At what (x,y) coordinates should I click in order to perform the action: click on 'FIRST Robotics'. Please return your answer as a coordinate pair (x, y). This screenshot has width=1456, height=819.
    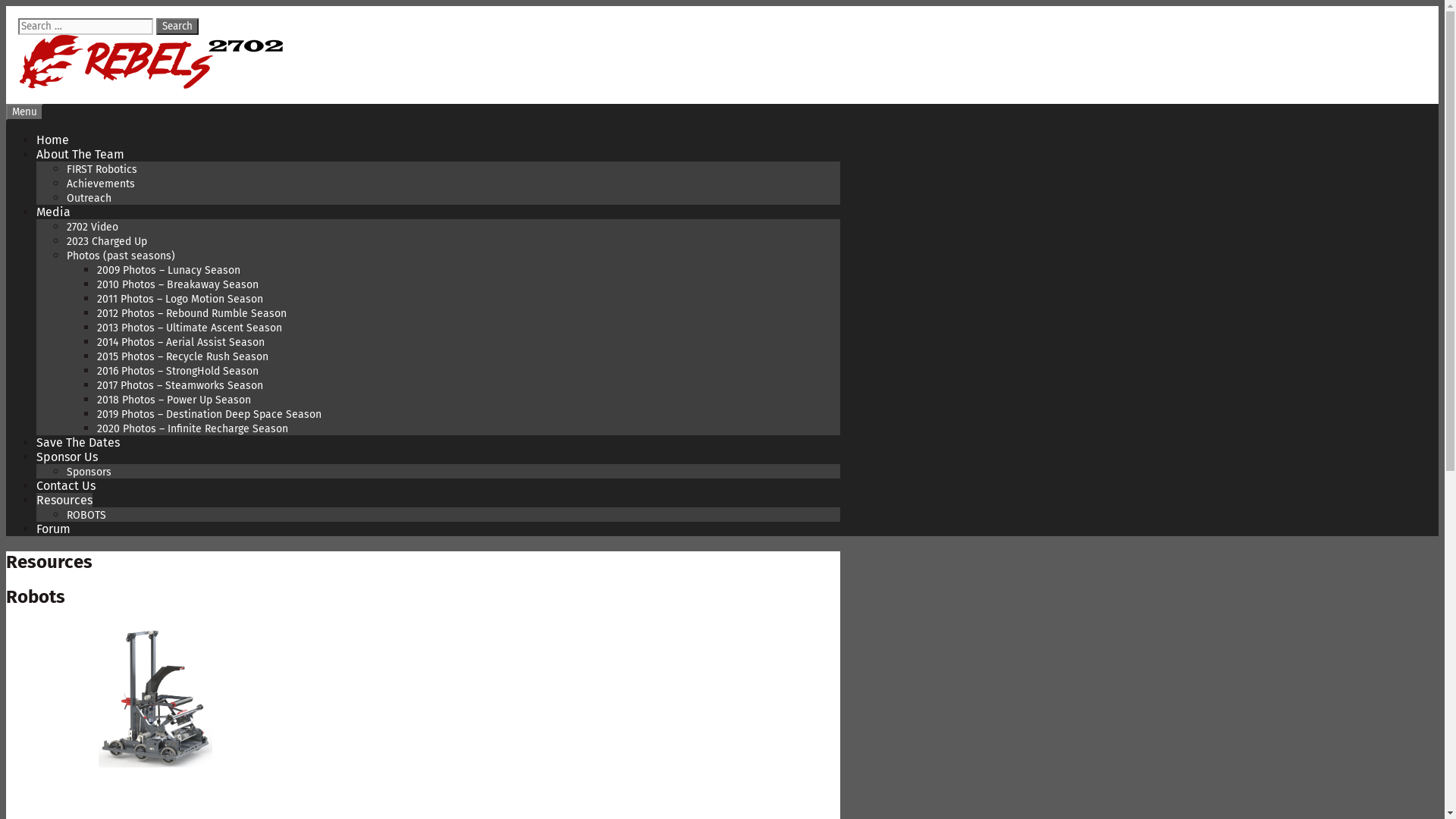
    Looking at the image, I should click on (101, 169).